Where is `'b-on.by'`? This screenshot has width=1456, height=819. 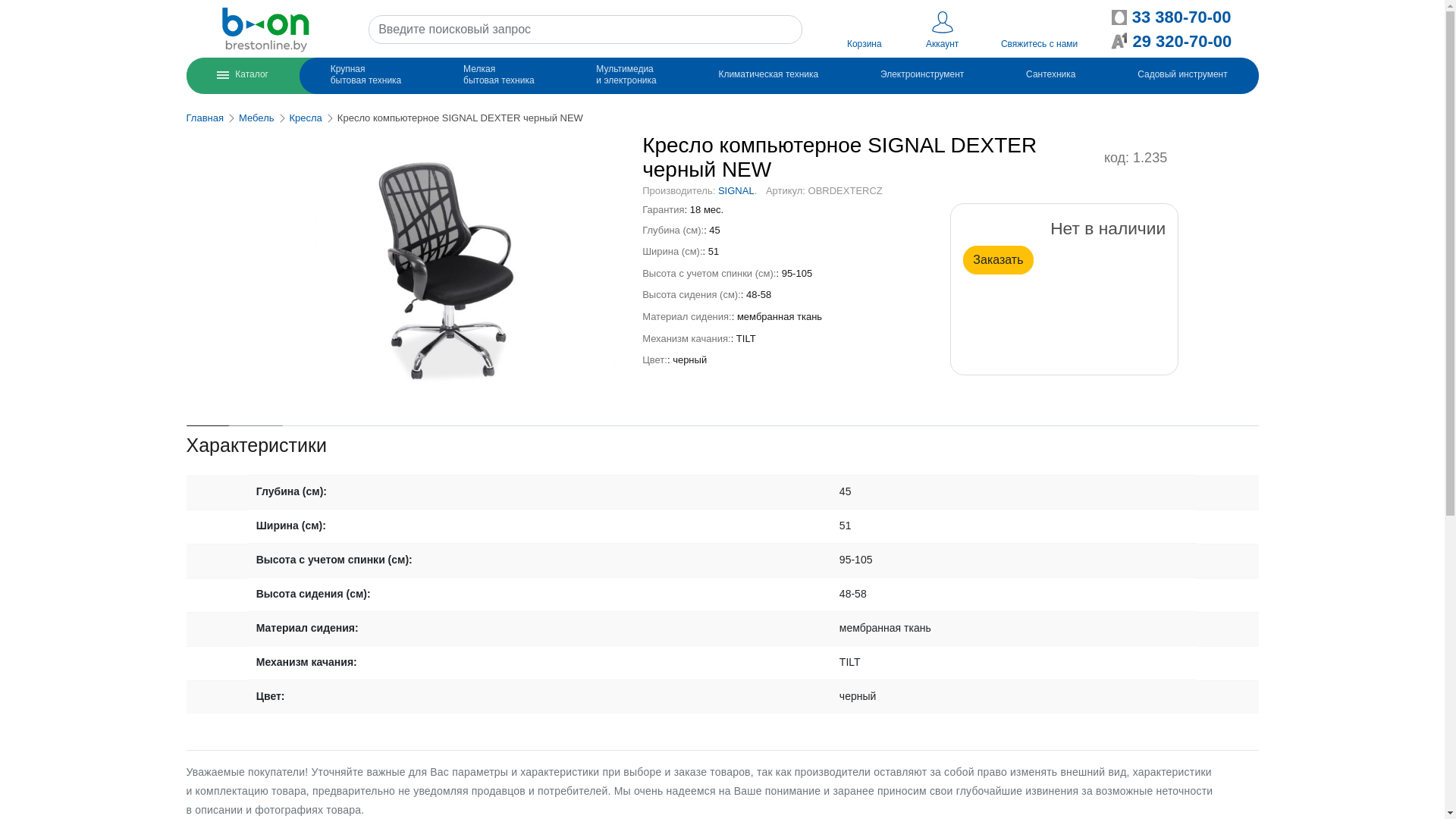
'b-on.by' is located at coordinates (265, 29).